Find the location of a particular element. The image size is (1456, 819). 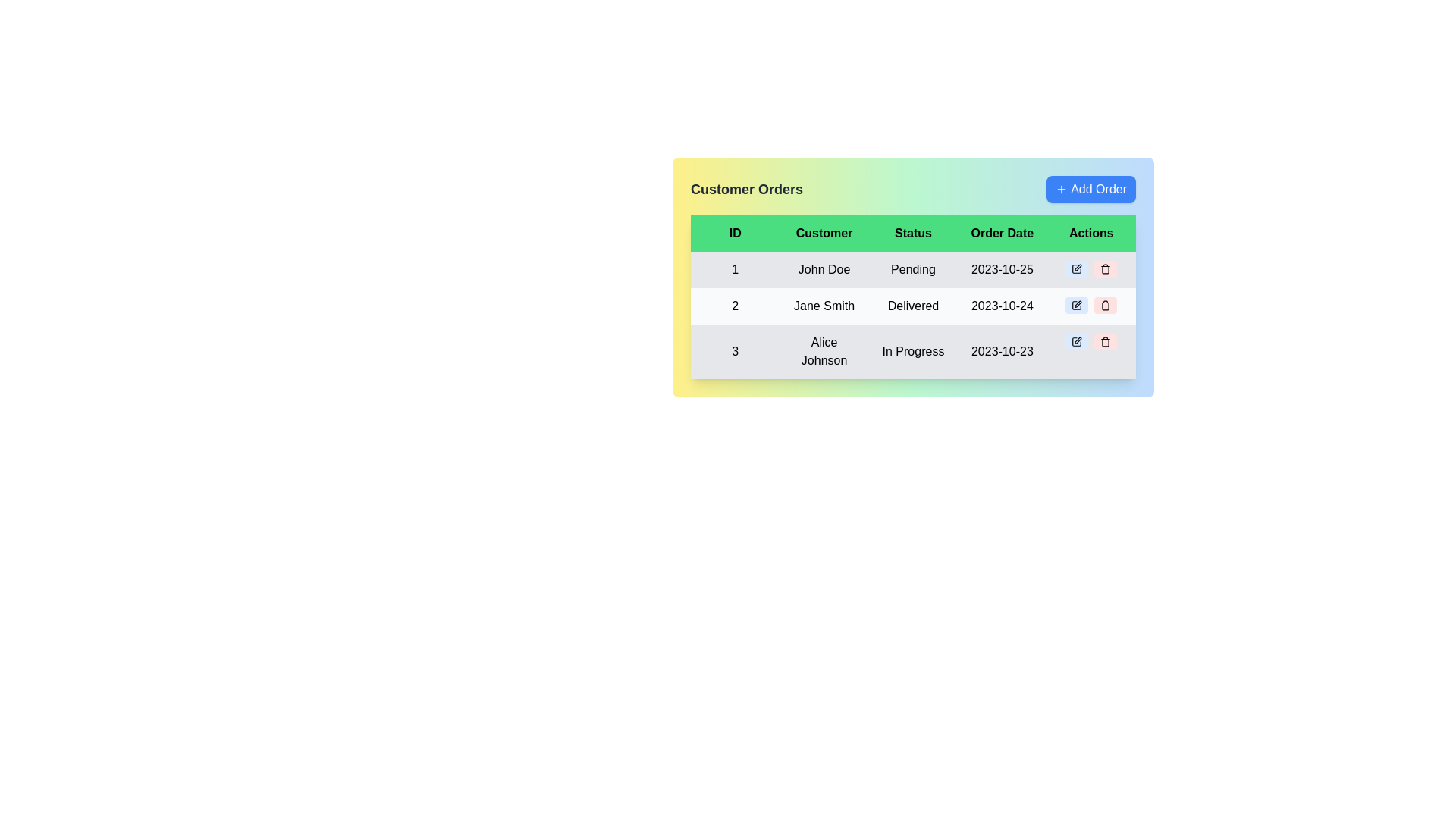

the table header row with a green background and black text that contains the column titles: 'ID', 'Customer', 'Status', 'Order Date', and 'Actions' is located at coordinates (912, 234).